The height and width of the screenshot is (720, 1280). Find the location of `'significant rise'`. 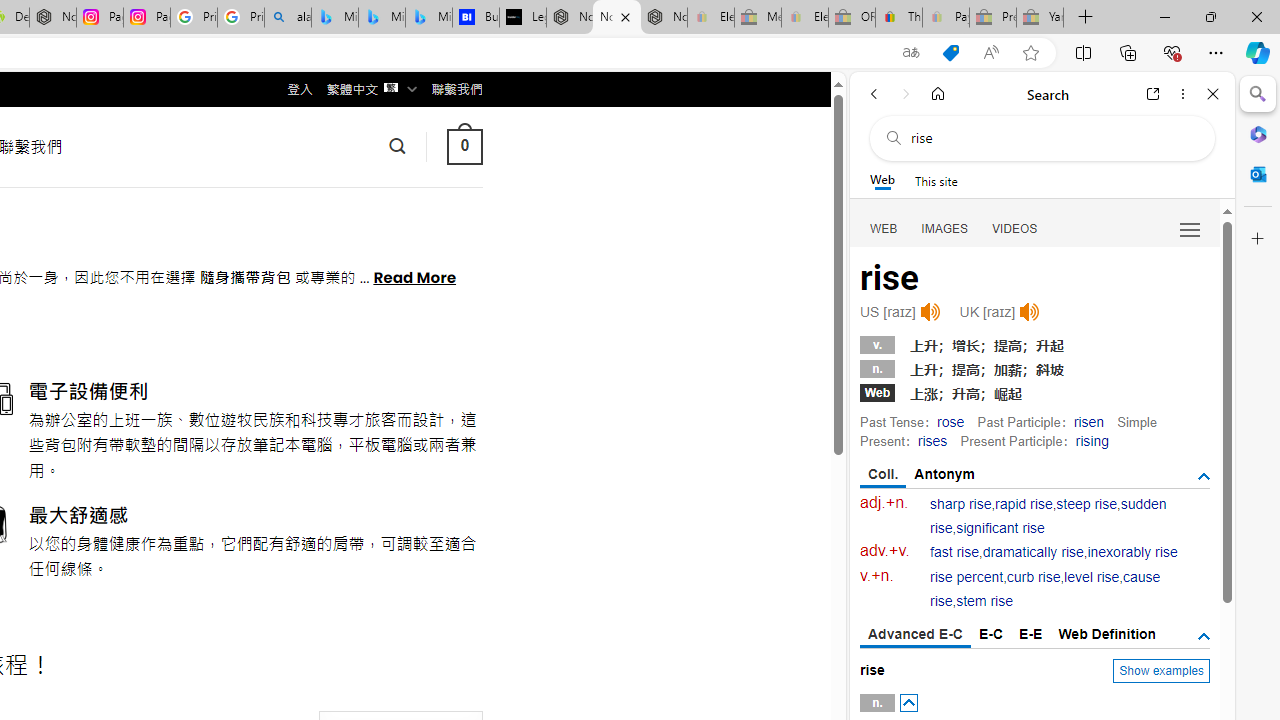

'significant rise' is located at coordinates (1000, 527).